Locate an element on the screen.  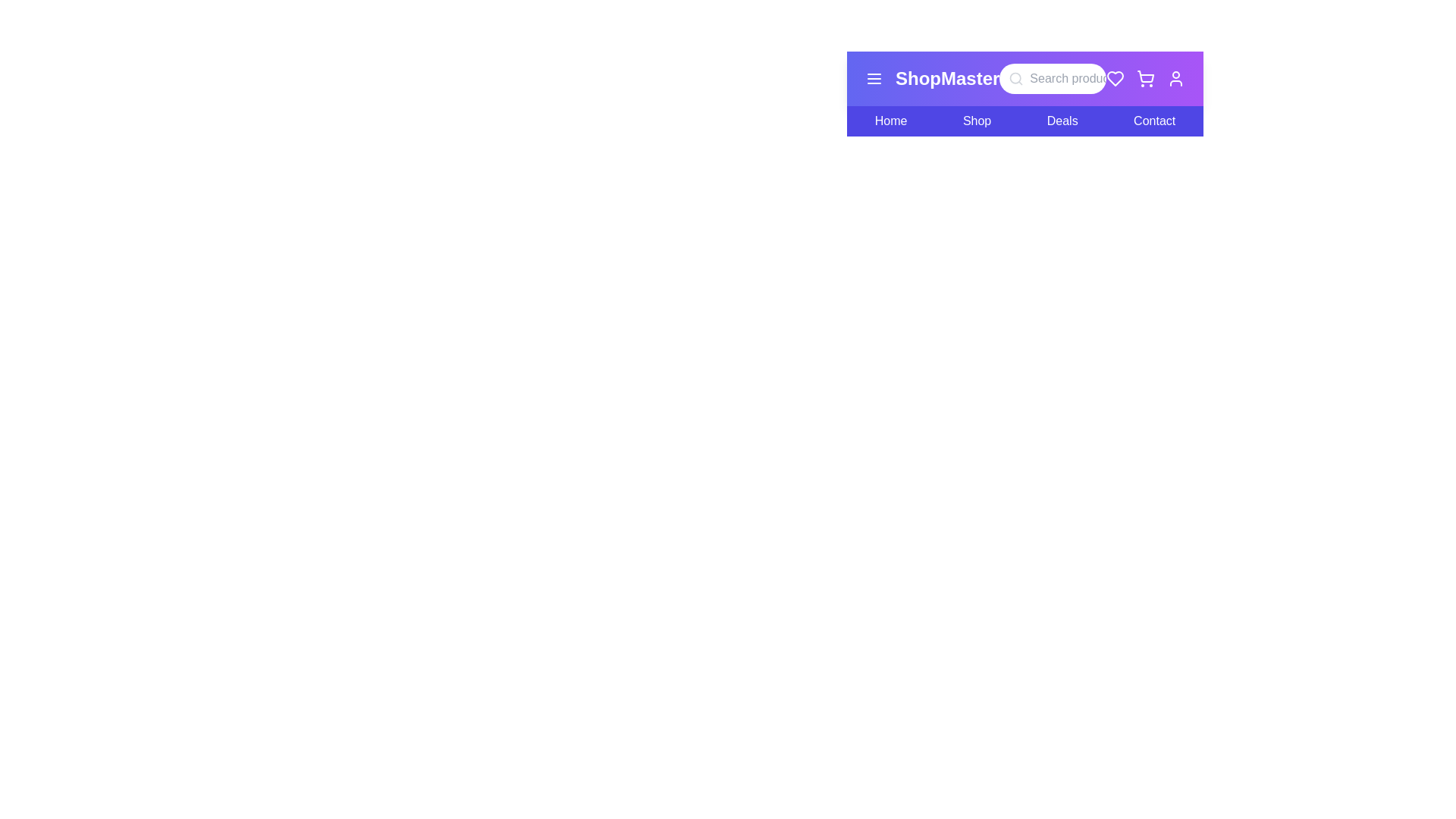
the shopping cart icon in the navigation bar is located at coordinates (1146, 79).